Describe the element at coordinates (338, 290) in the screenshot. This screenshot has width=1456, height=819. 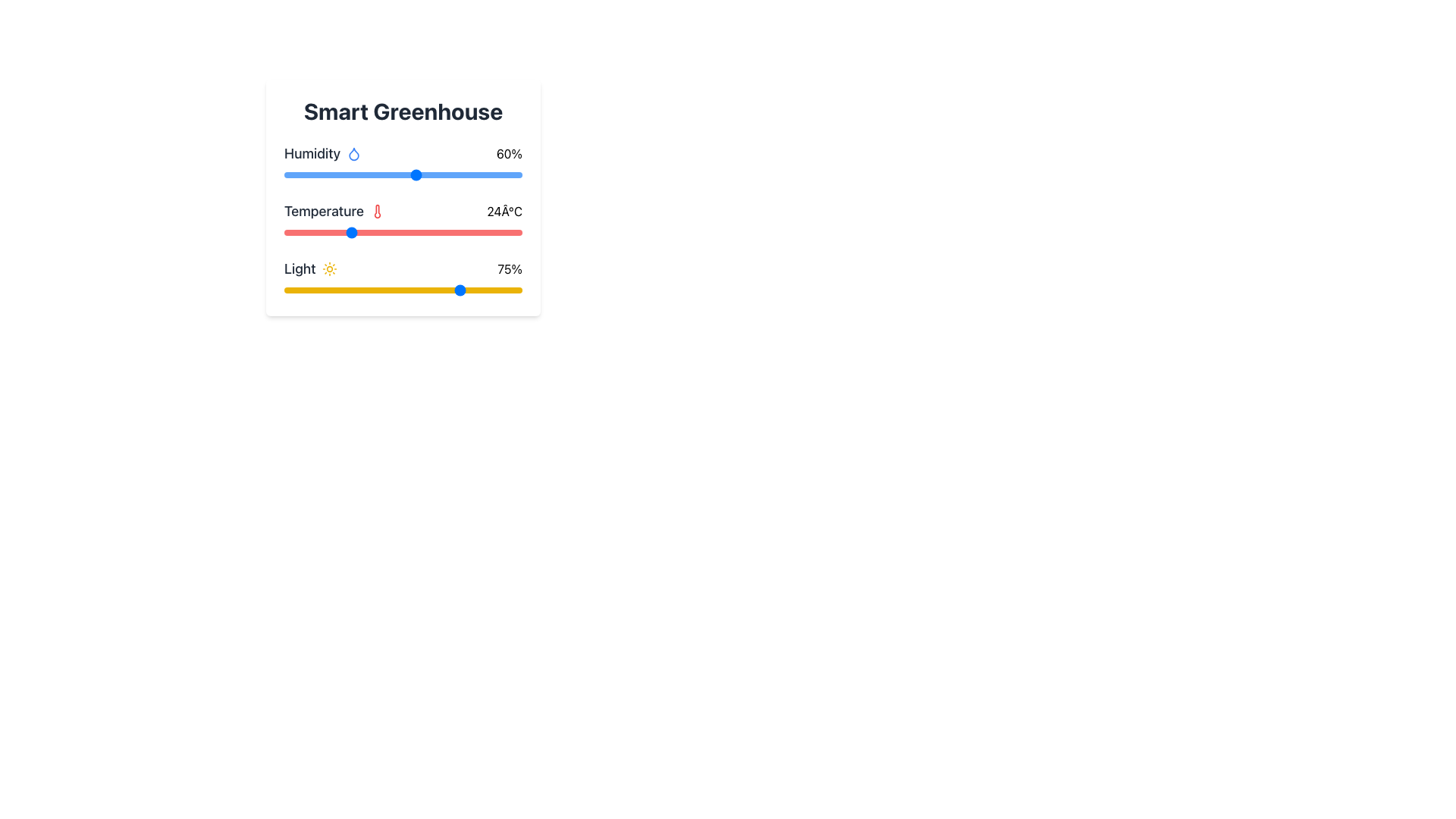
I see `light intensity` at that location.